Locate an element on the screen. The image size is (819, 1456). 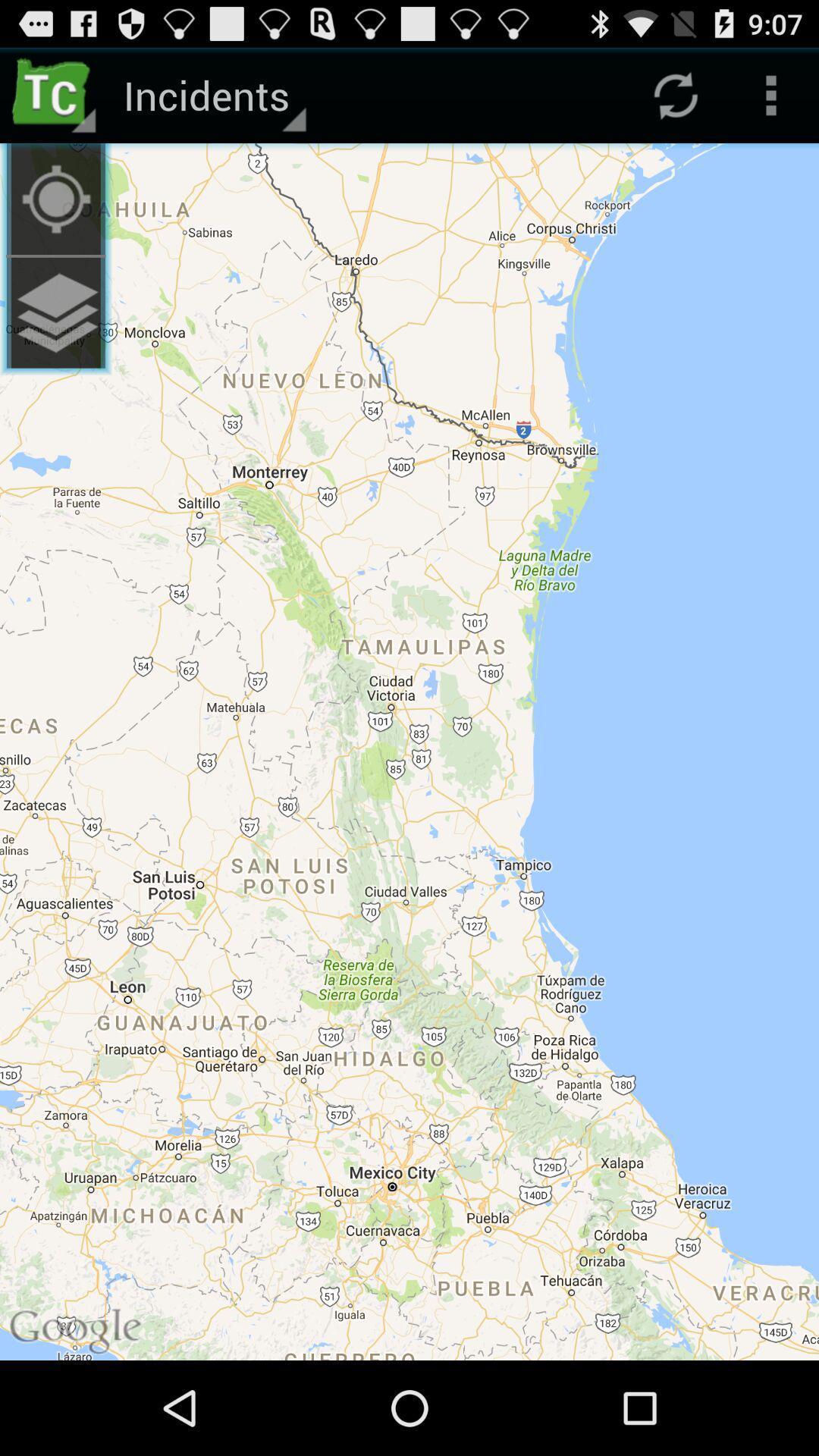
incidents item is located at coordinates (212, 94).